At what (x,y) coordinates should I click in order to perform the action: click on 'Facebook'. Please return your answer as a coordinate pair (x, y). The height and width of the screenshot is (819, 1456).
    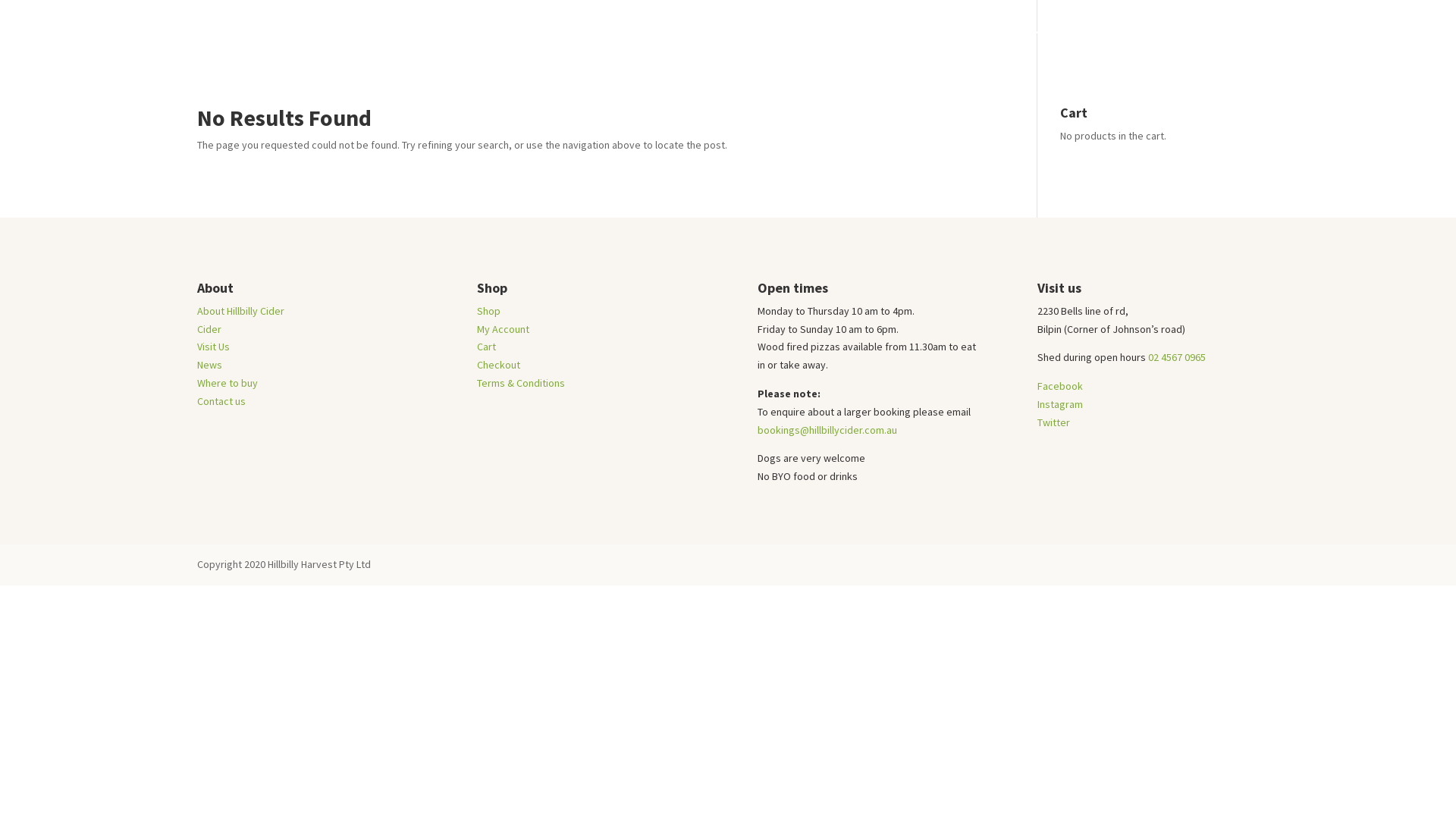
    Looking at the image, I should click on (1059, 385).